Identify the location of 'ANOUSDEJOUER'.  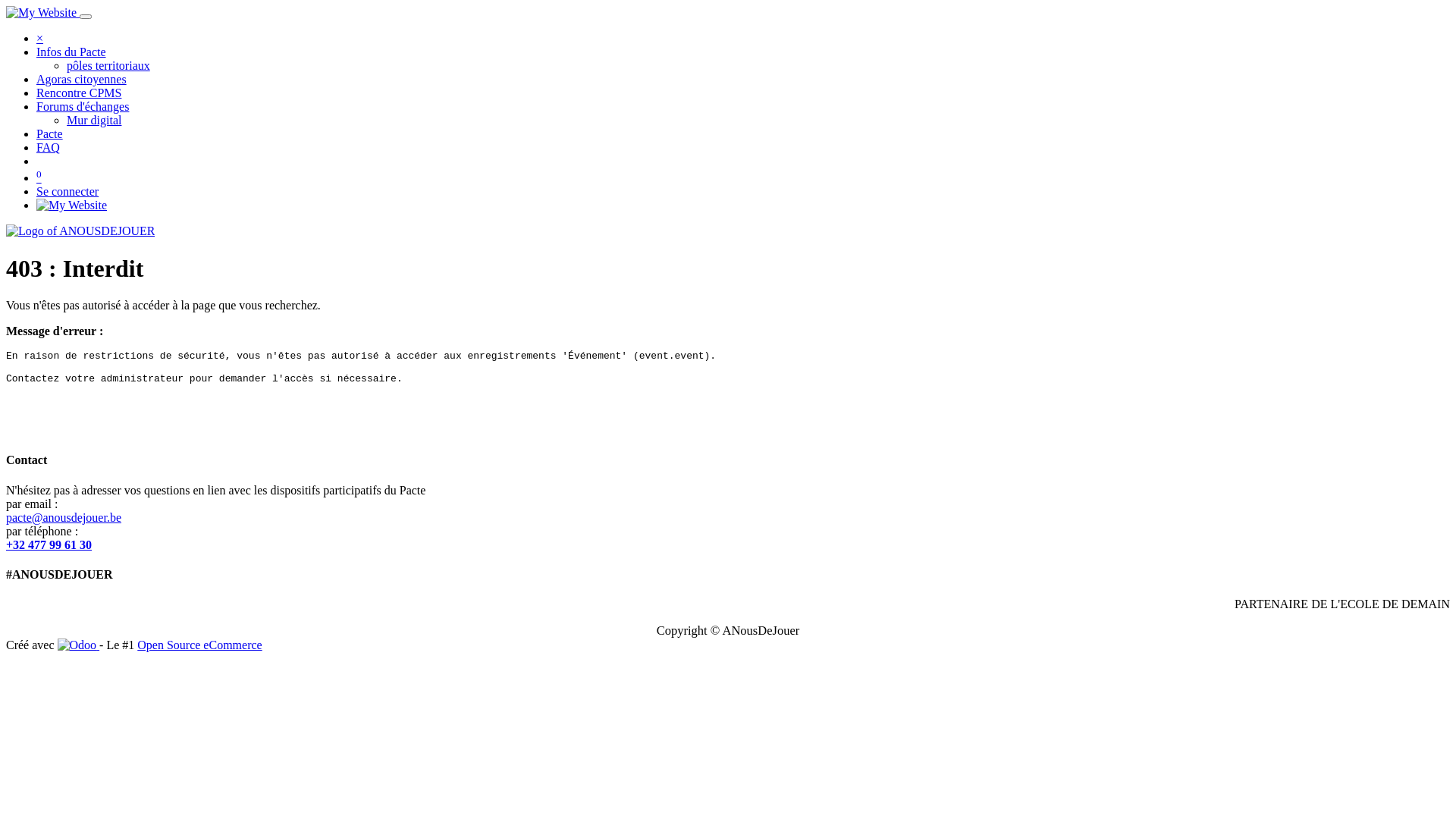
(79, 231).